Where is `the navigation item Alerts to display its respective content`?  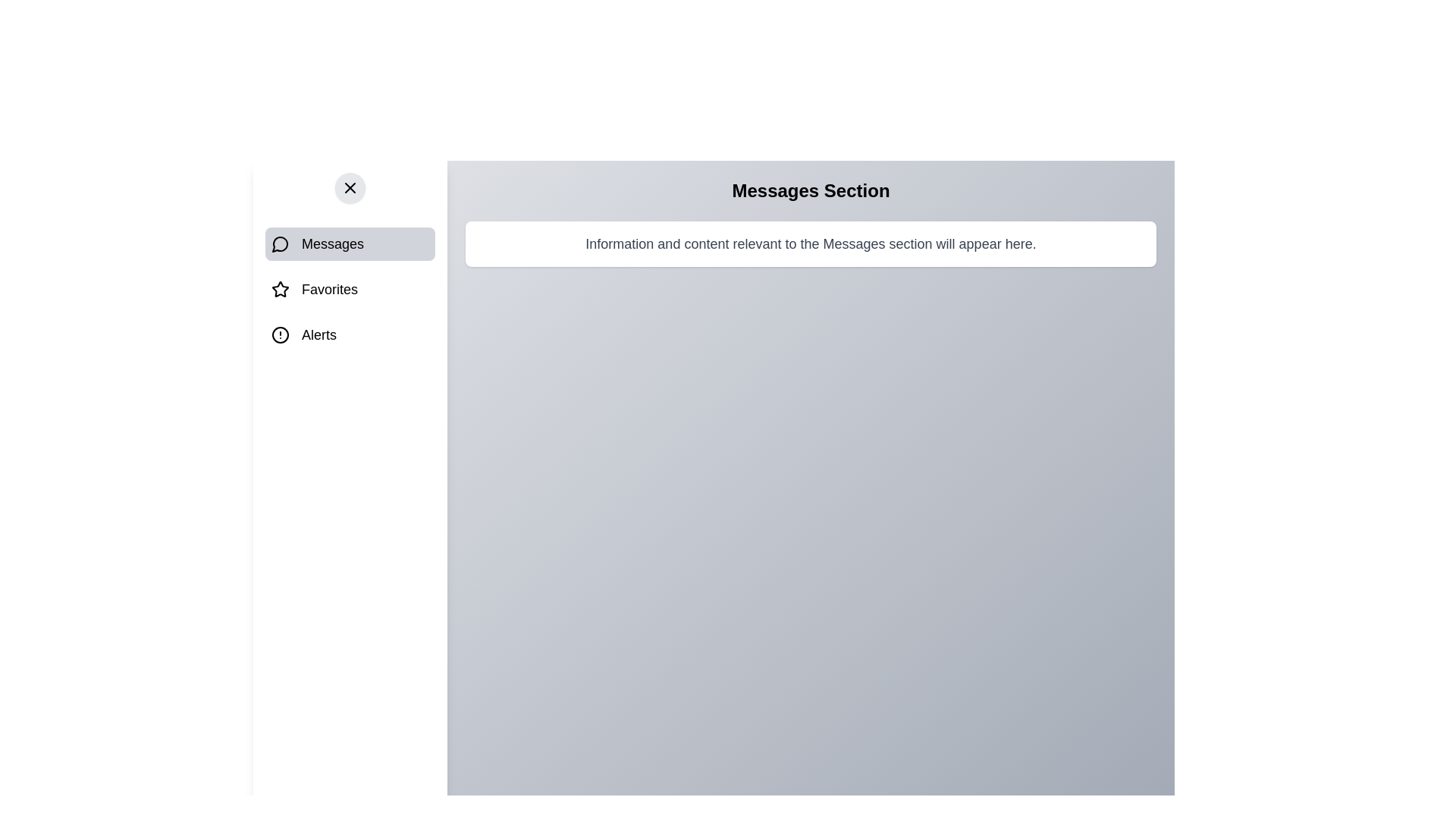
the navigation item Alerts to display its respective content is located at coordinates (349, 334).